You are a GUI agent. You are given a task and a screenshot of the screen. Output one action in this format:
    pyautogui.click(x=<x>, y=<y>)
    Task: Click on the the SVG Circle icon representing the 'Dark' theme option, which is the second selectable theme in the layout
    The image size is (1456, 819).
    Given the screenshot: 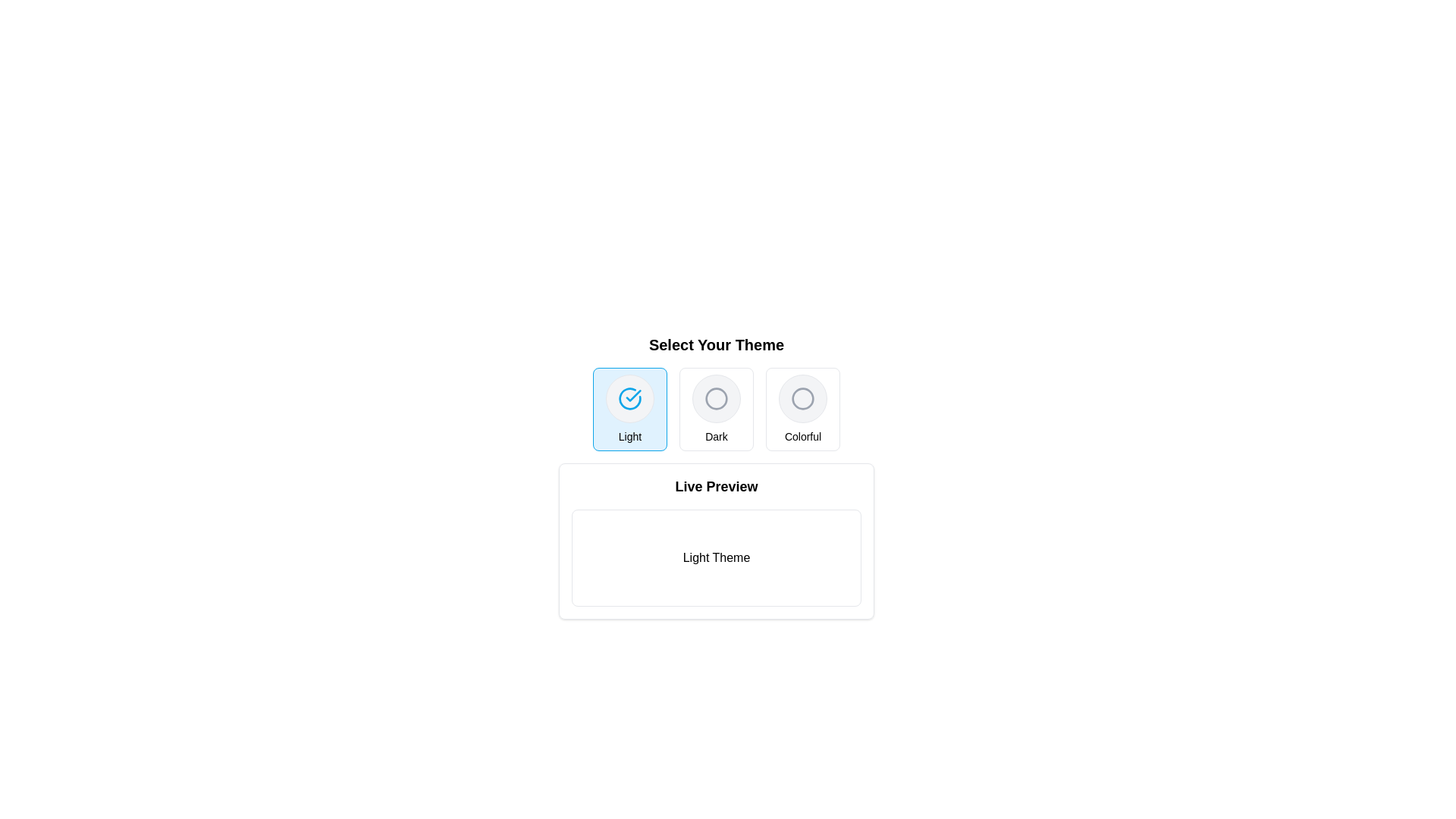 What is the action you would take?
    pyautogui.click(x=716, y=397)
    